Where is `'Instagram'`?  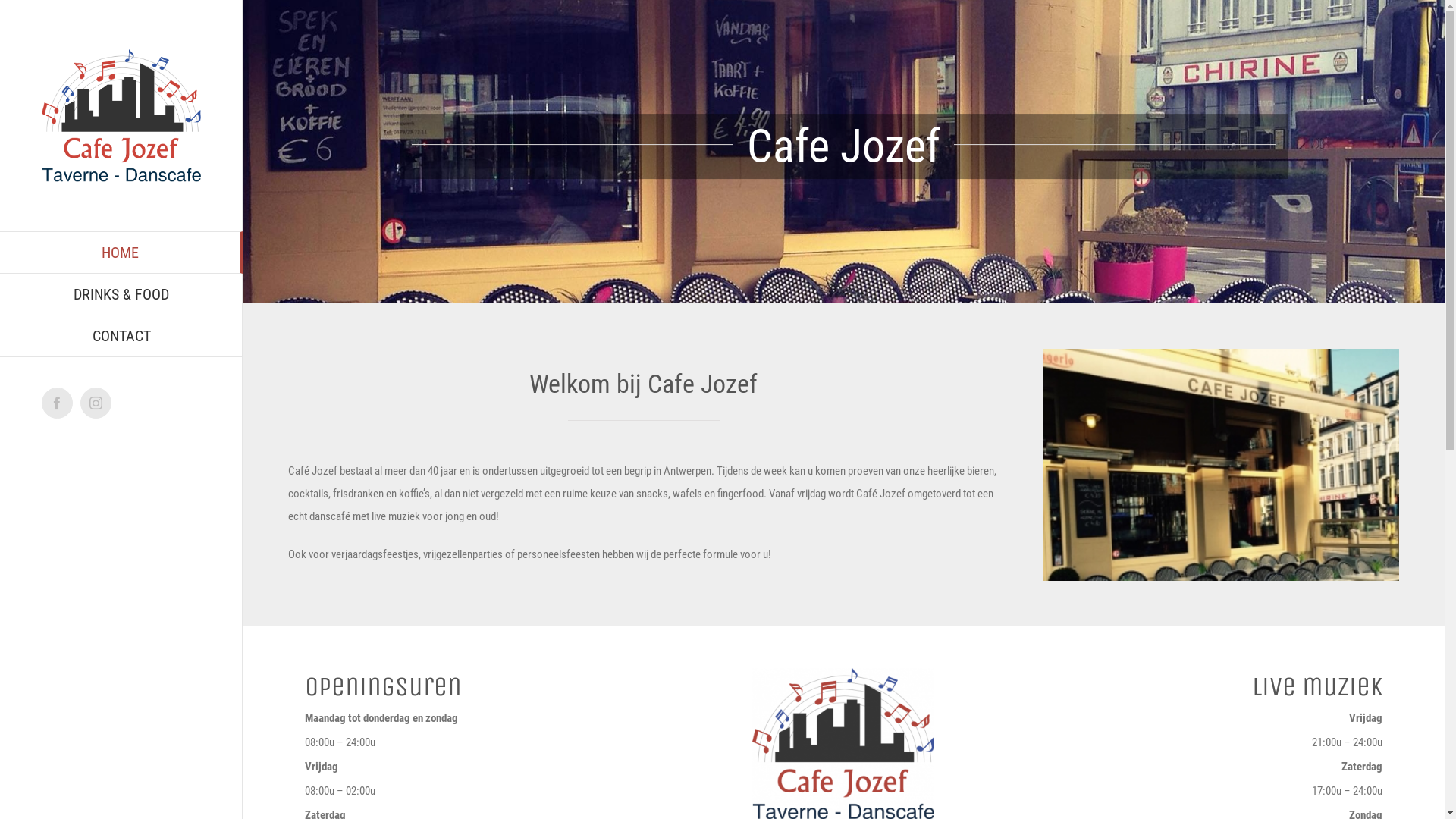
'Instagram' is located at coordinates (95, 402).